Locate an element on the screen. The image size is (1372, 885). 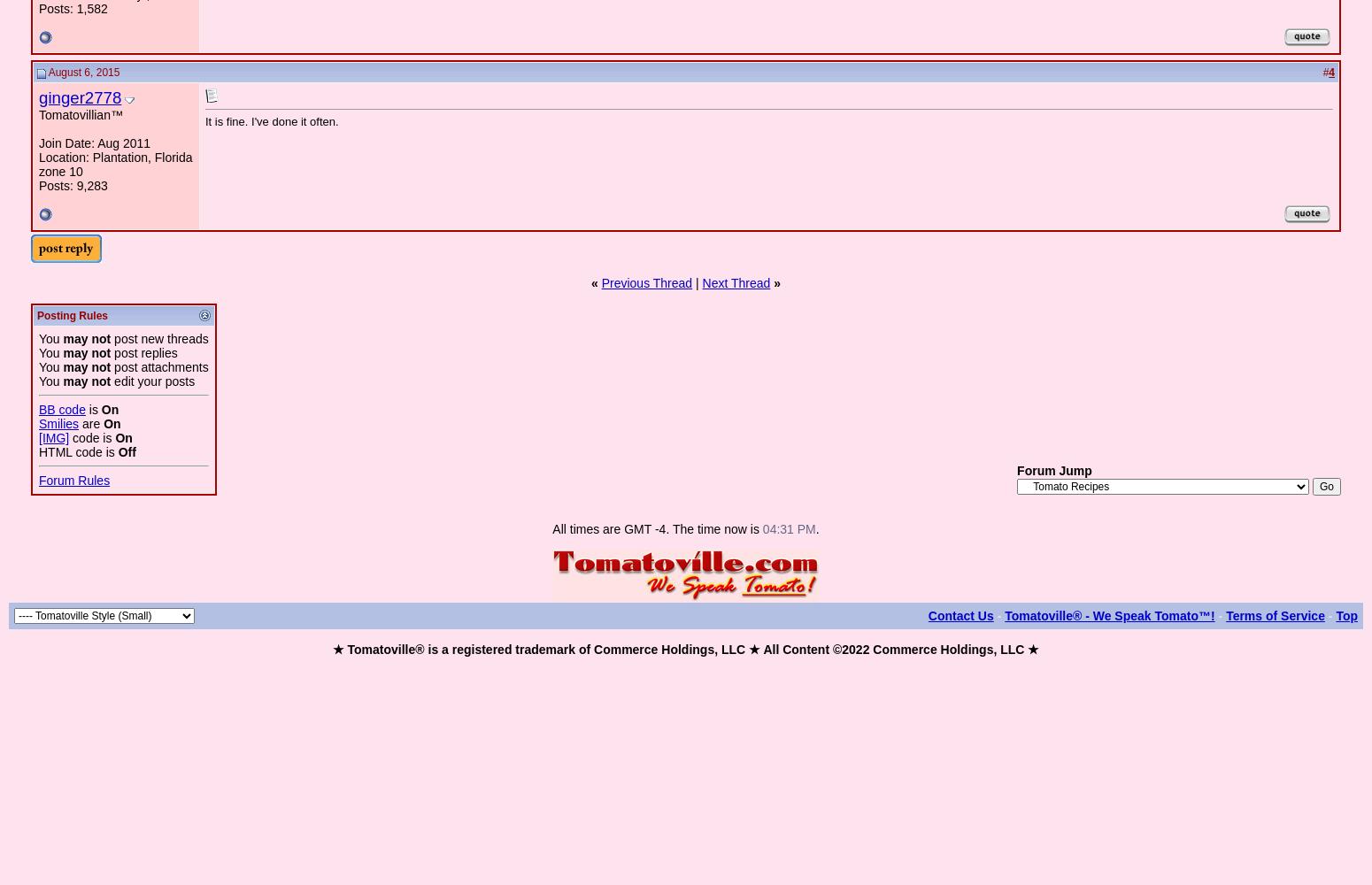
'Location: Plantation, Florida zone 10' is located at coordinates (115, 165).